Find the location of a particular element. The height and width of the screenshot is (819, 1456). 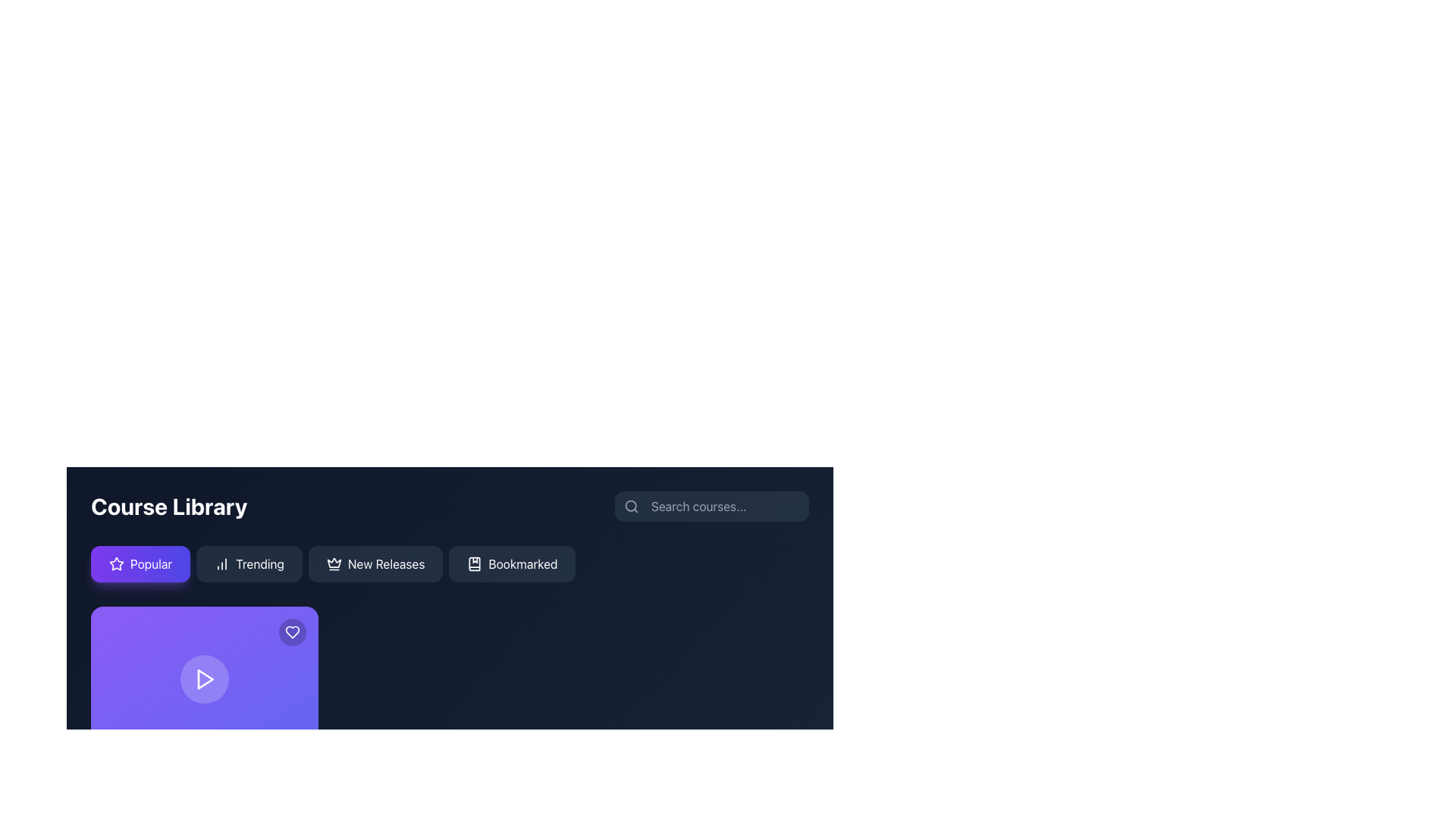

the magnifying glass SVG icon located inside the search input field on the top-right side of the interface is located at coordinates (632, 506).